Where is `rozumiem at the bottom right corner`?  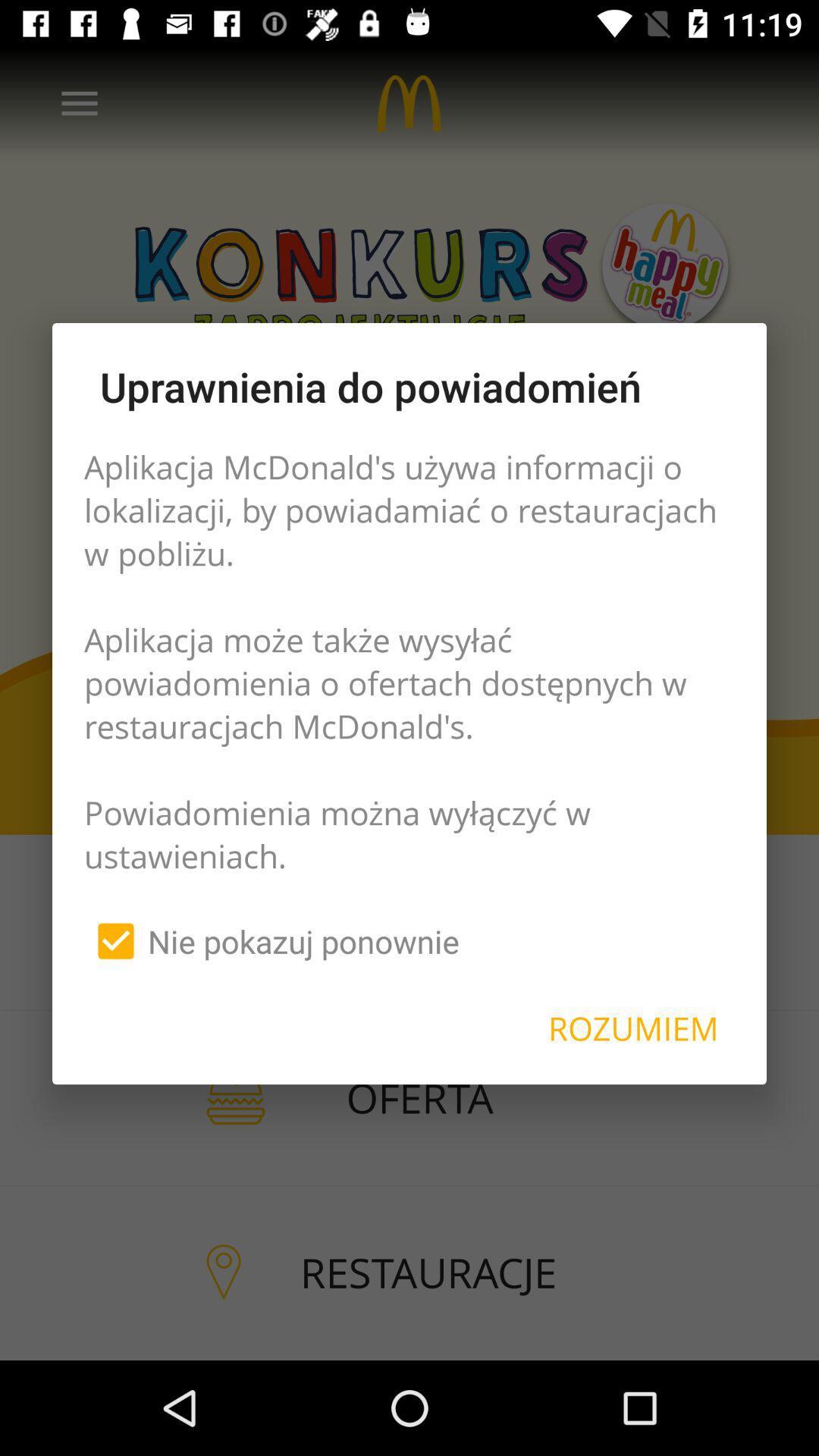 rozumiem at the bottom right corner is located at coordinates (633, 1028).